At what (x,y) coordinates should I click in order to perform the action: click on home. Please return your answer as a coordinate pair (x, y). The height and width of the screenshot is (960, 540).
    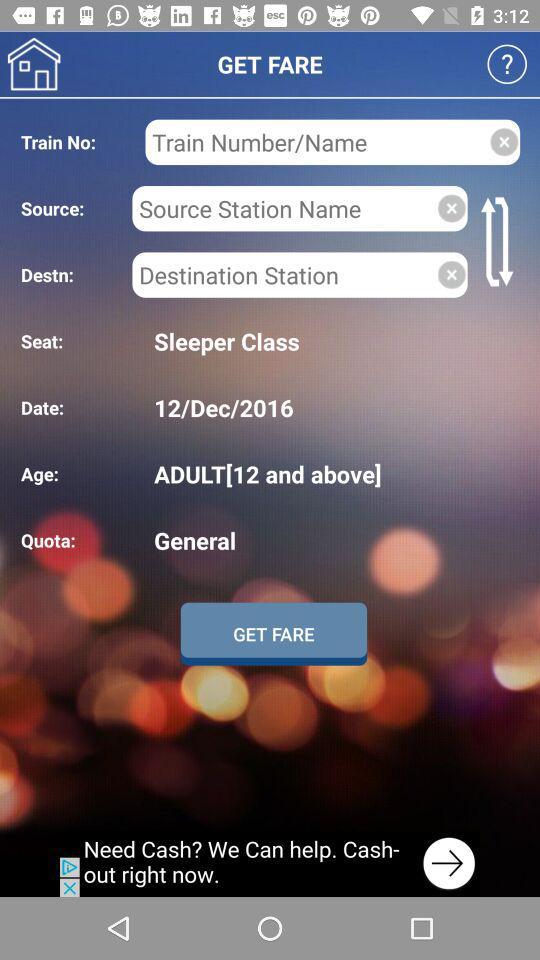
    Looking at the image, I should click on (33, 64).